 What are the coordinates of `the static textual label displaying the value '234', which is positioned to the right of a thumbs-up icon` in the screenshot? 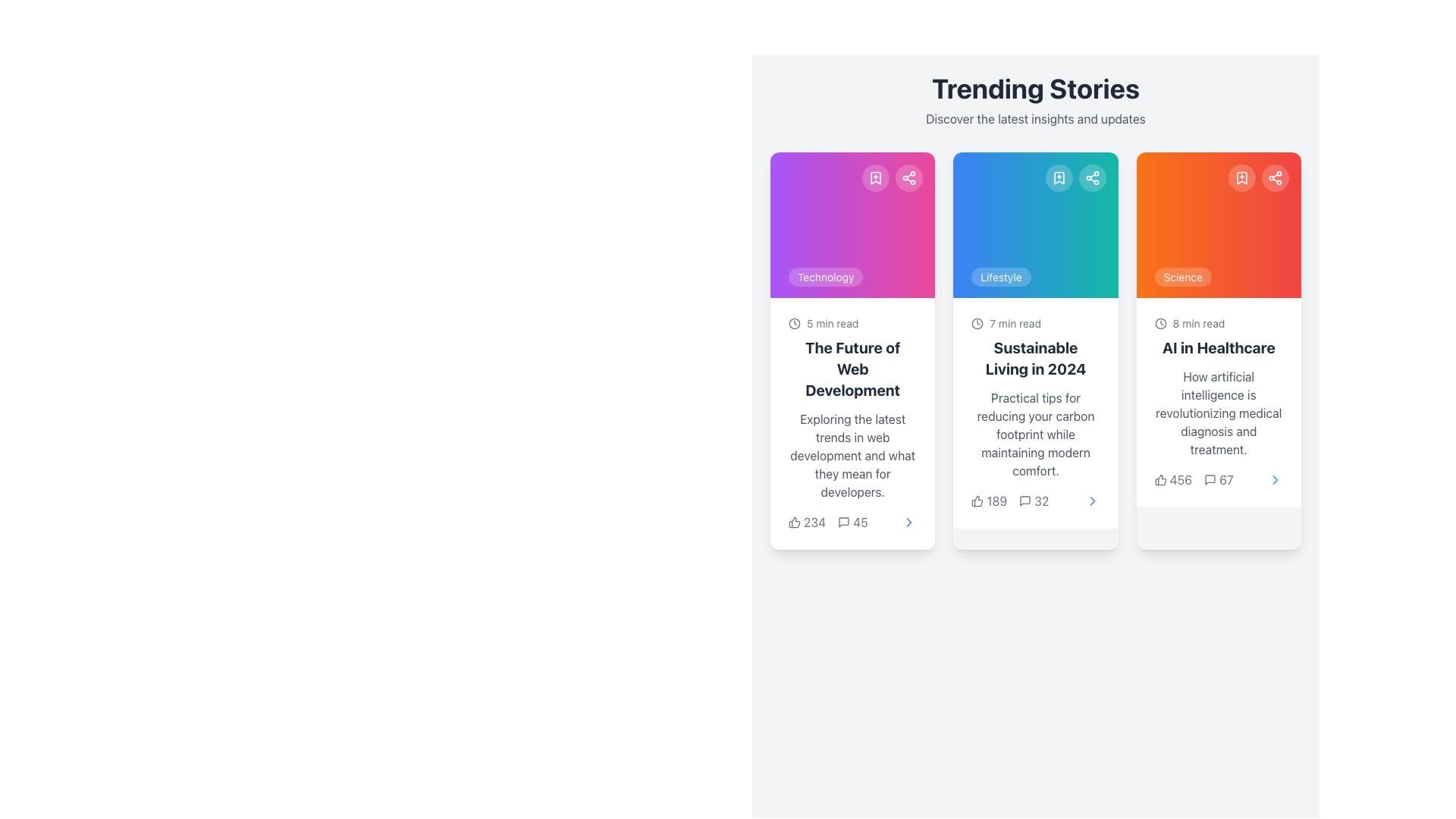 It's located at (814, 522).